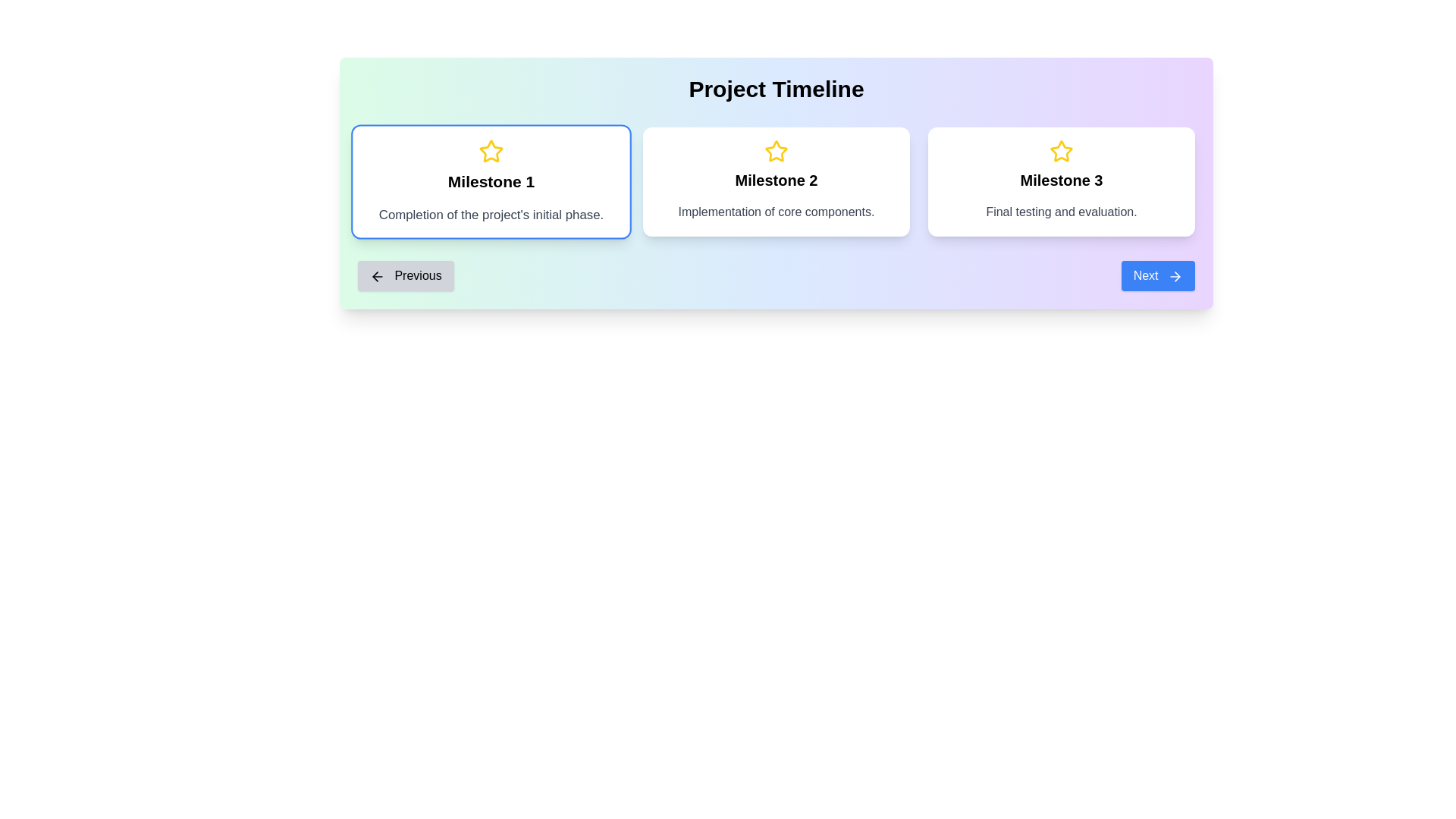  What do you see at coordinates (491, 180) in the screenshot?
I see `the static text label that serves as the title for the first milestone in the project's timeline, located in the leftmost card beneath the 'Project Timeline' heading` at bounding box center [491, 180].